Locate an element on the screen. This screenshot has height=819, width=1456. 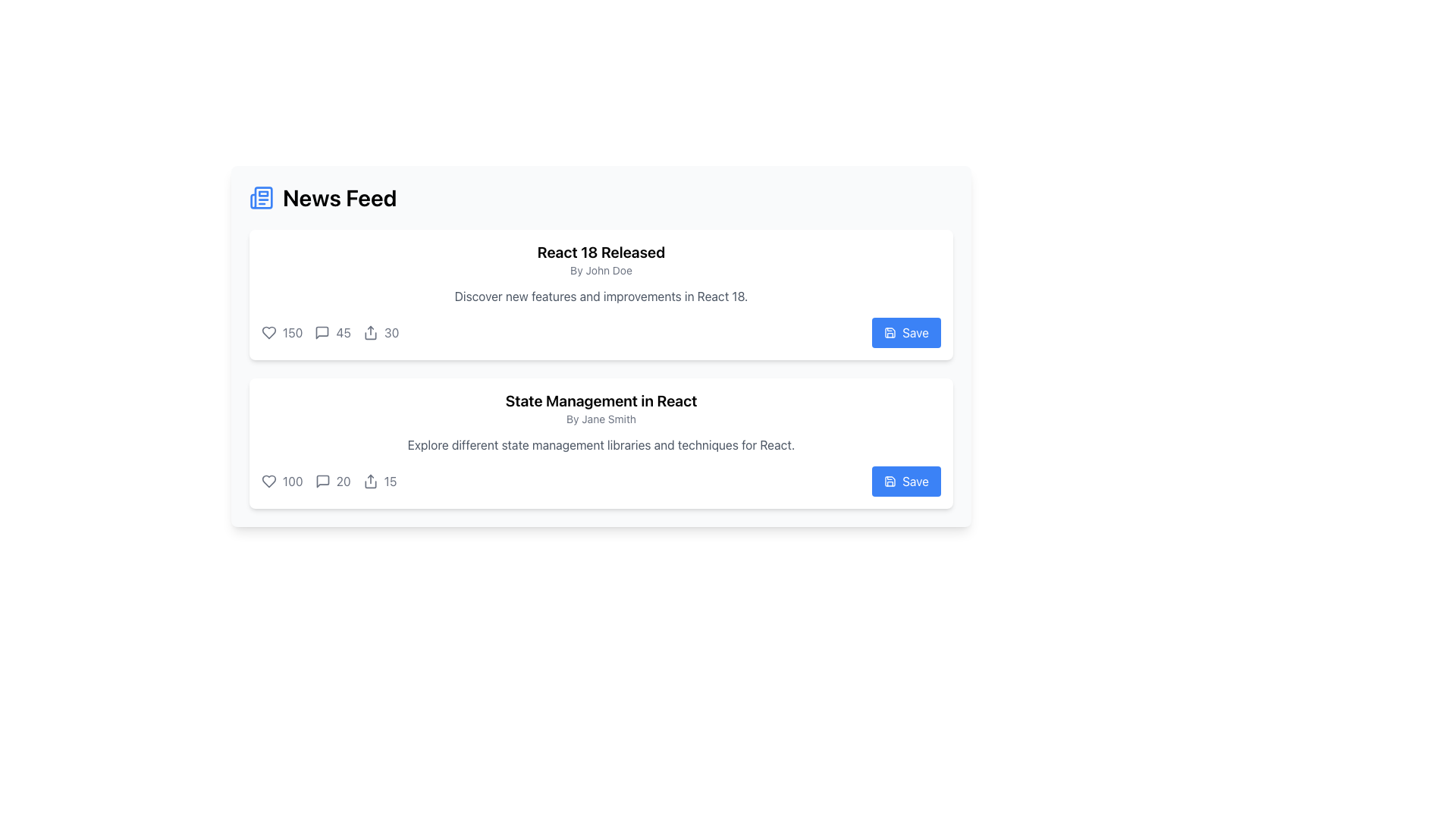
the Information Card about the release of React 18, which is the first card in a vertical list, located beneath the 'News Feed' header is located at coordinates (600, 295).